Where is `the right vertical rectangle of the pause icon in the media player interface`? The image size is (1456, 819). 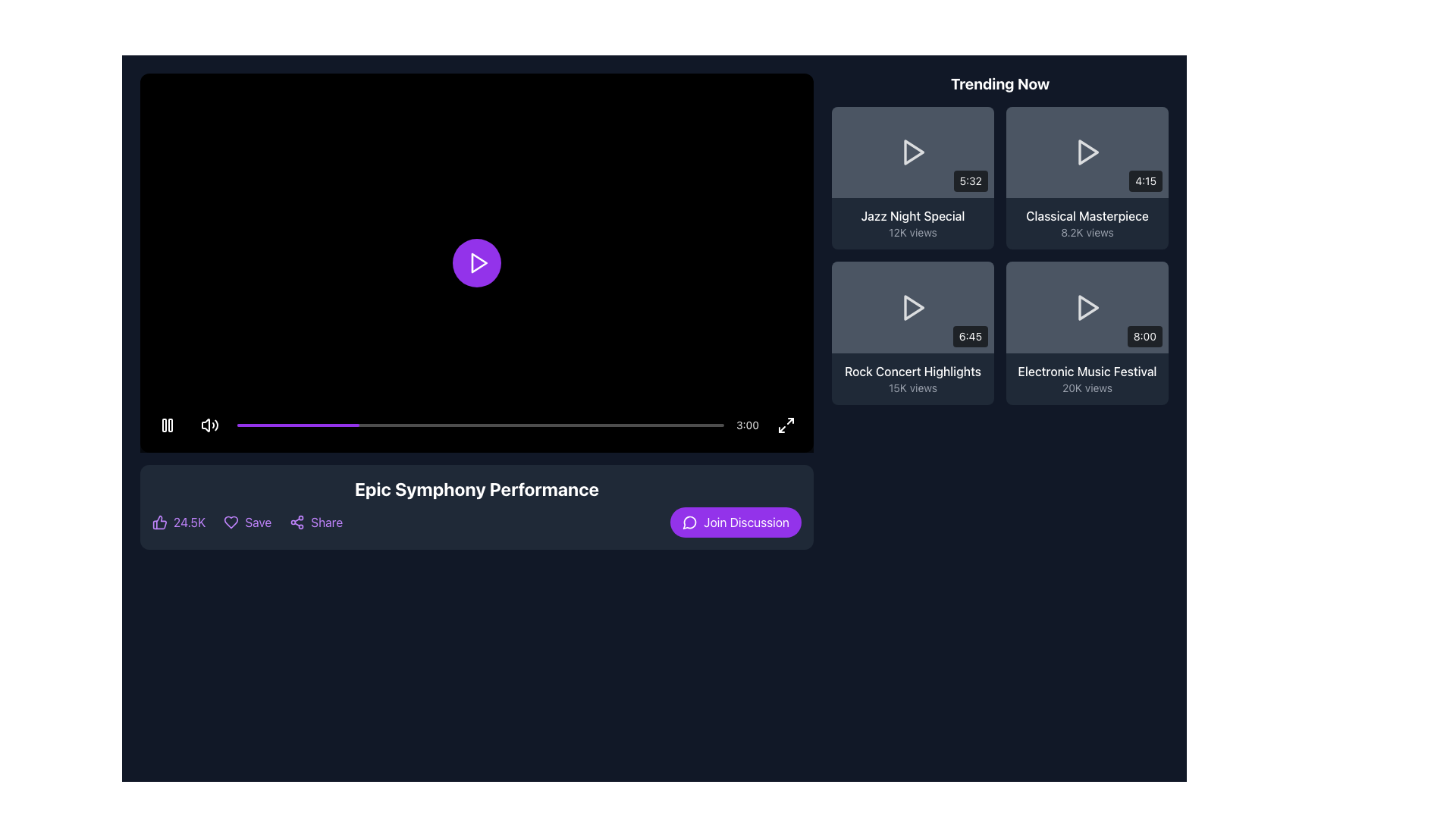 the right vertical rectangle of the pause icon in the media player interface is located at coordinates (171, 424).